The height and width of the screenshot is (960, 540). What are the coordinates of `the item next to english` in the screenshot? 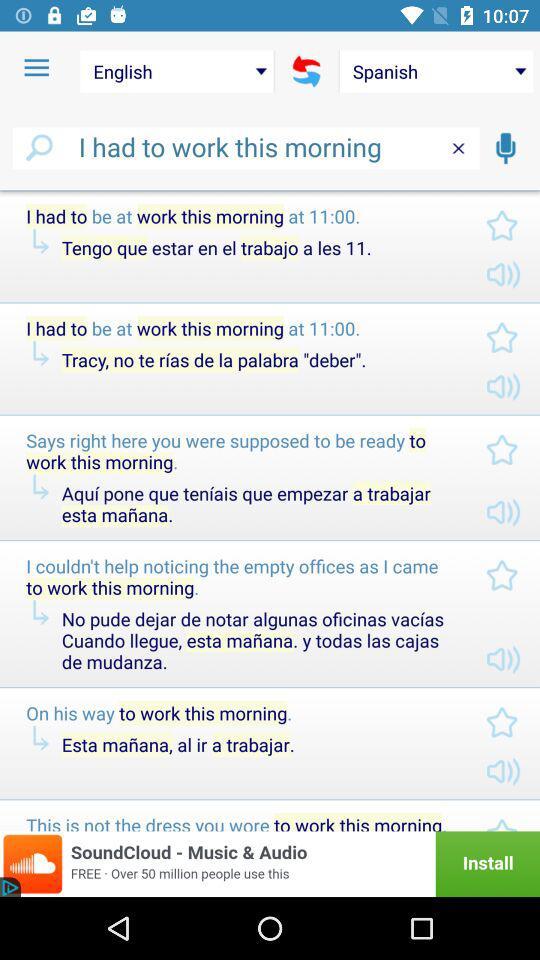 It's located at (36, 68).